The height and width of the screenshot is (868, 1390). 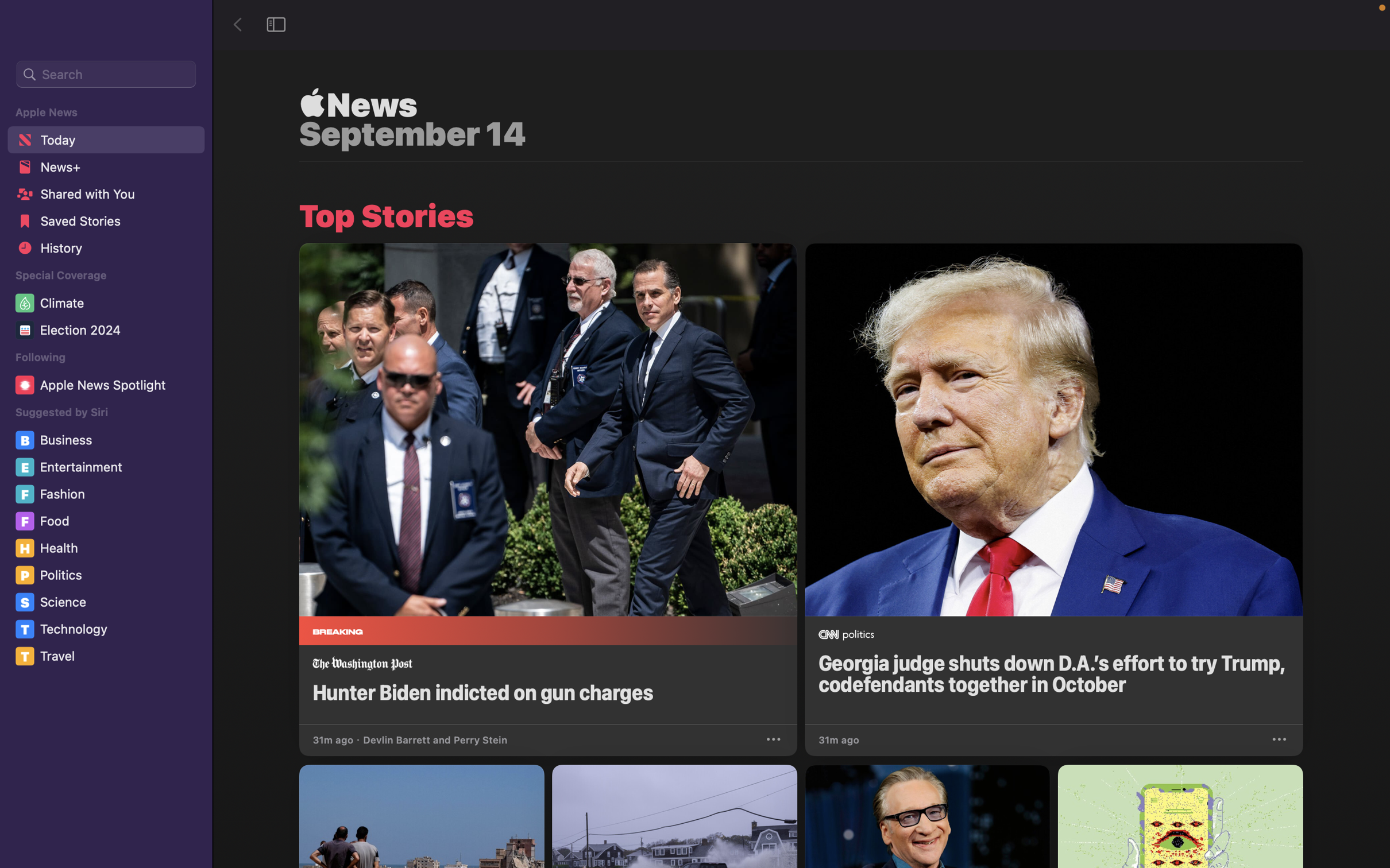 What do you see at coordinates (109, 547) in the screenshot?
I see `the "Health" tab` at bounding box center [109, 547].